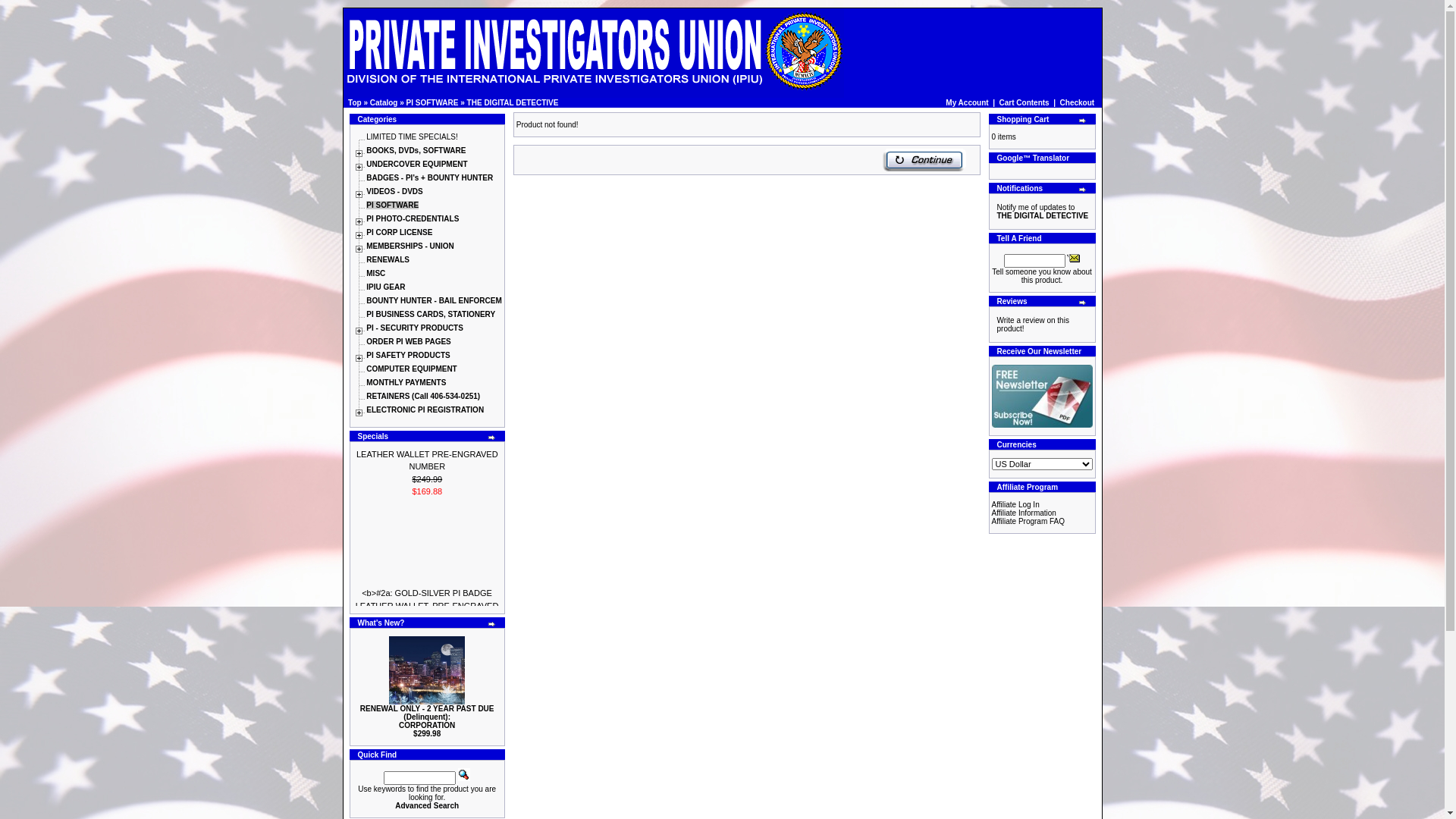 The image size is (1456, 819). Describe the element at coordinates (354, 102) in the screenshot. I see `'Top'` at that location.